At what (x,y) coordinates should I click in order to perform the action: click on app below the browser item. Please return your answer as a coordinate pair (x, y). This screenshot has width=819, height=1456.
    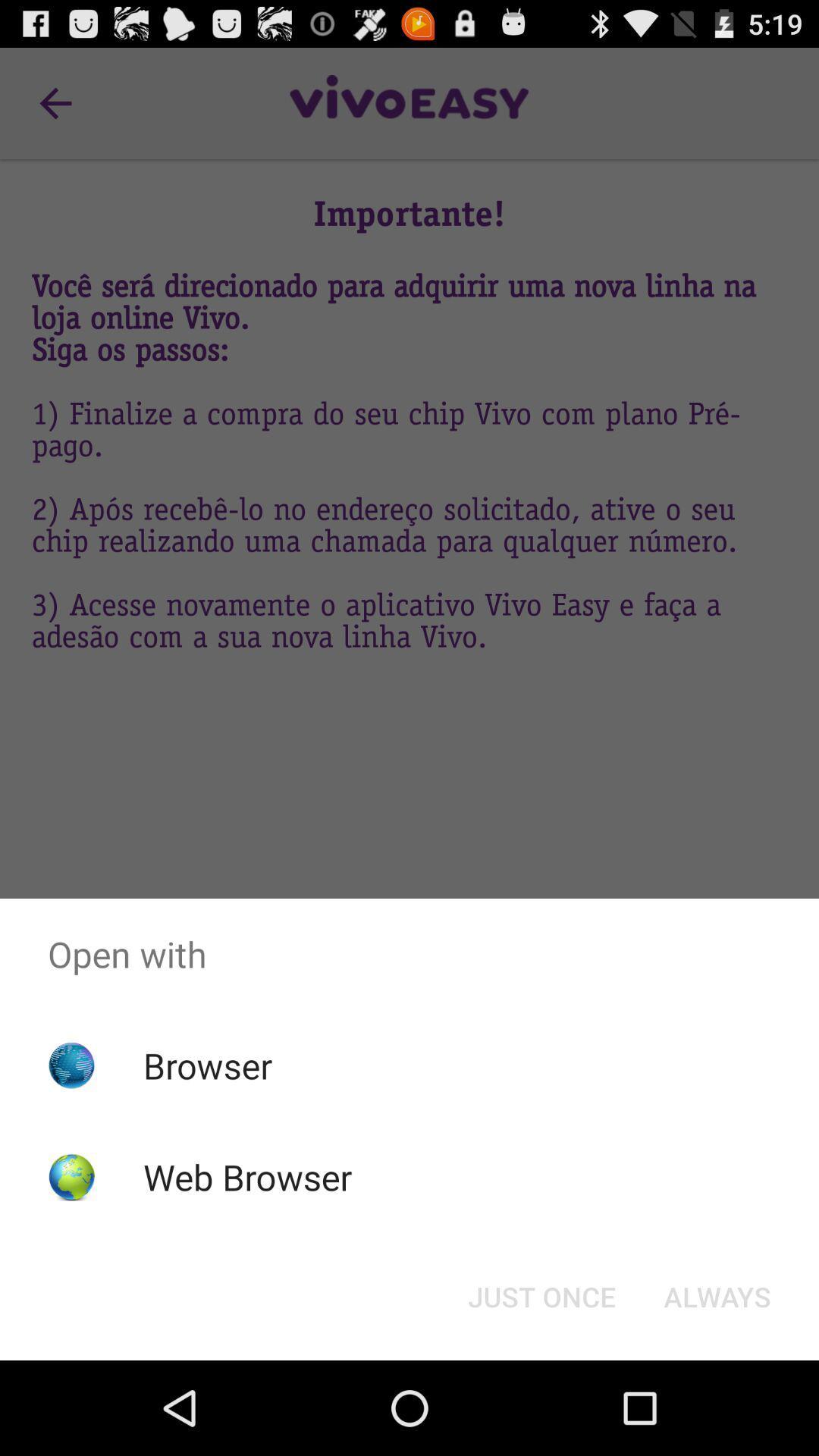
    Looking at the image, I should click on (246, 1176).